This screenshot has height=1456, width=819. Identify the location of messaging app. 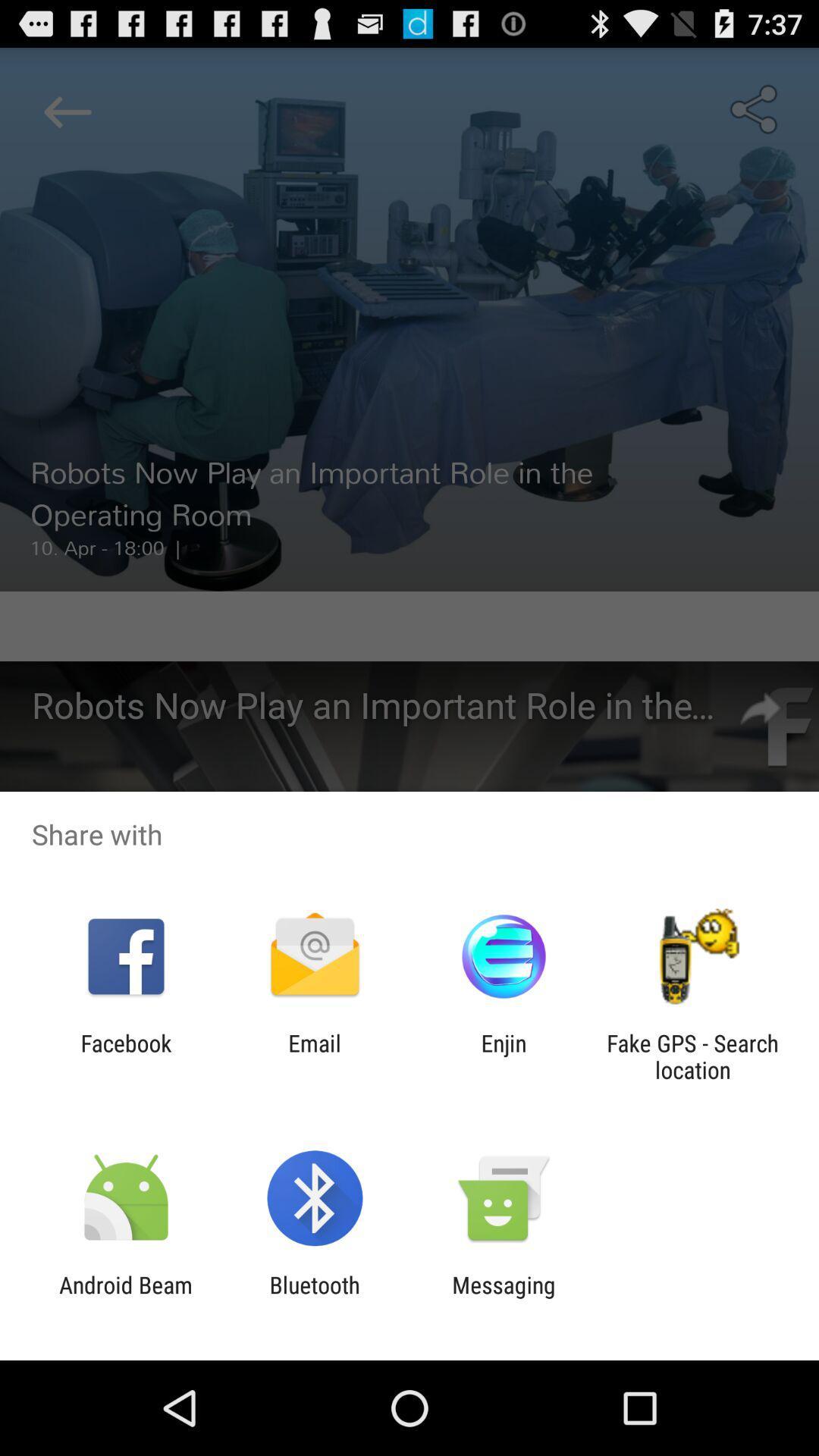
(504, 1298).